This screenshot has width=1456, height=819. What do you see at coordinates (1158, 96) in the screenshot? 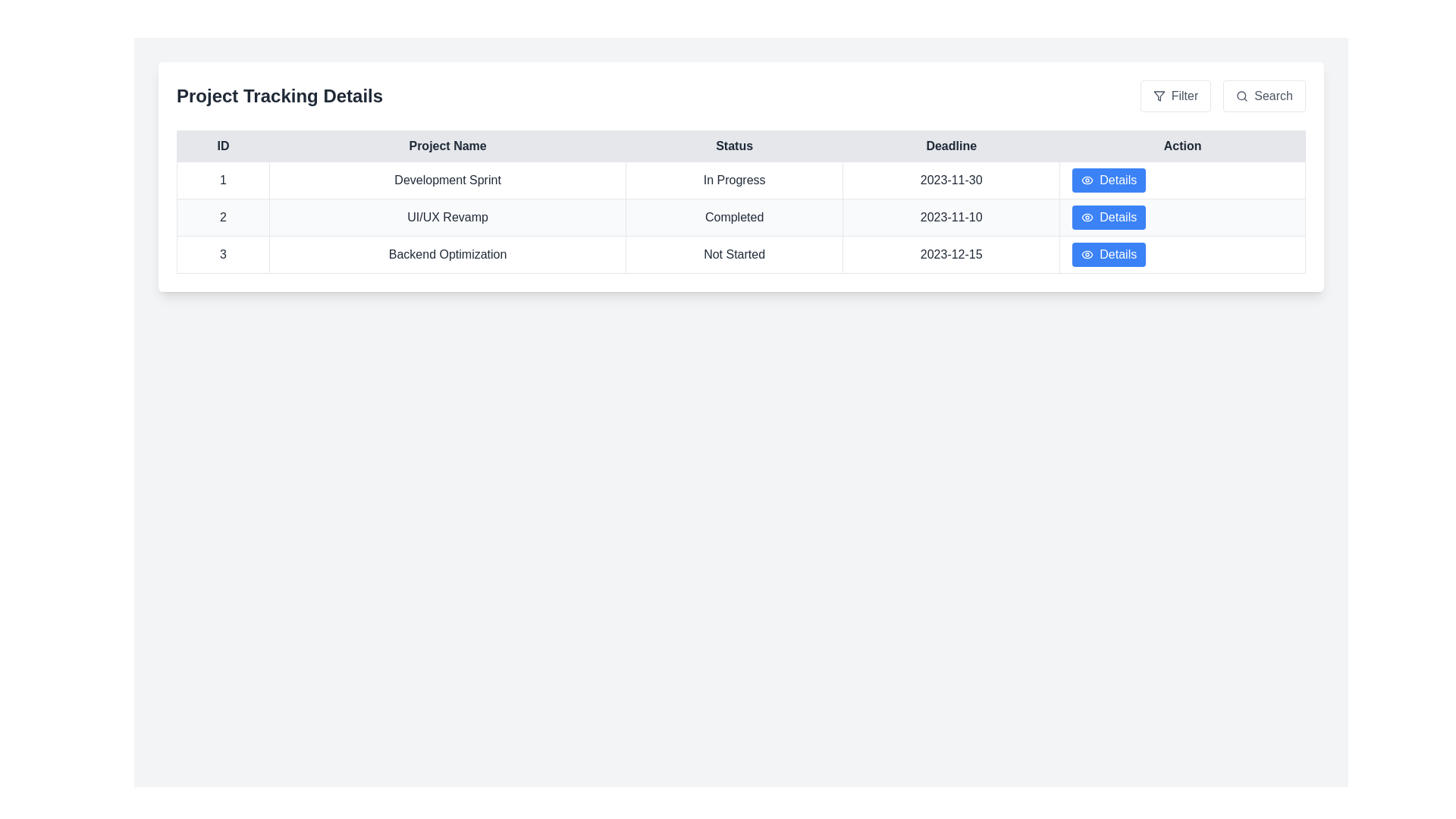
I see `the filter icon located in the top-right corner of the interface, next to the 'Search' button` at bounding box center [1158, 96].